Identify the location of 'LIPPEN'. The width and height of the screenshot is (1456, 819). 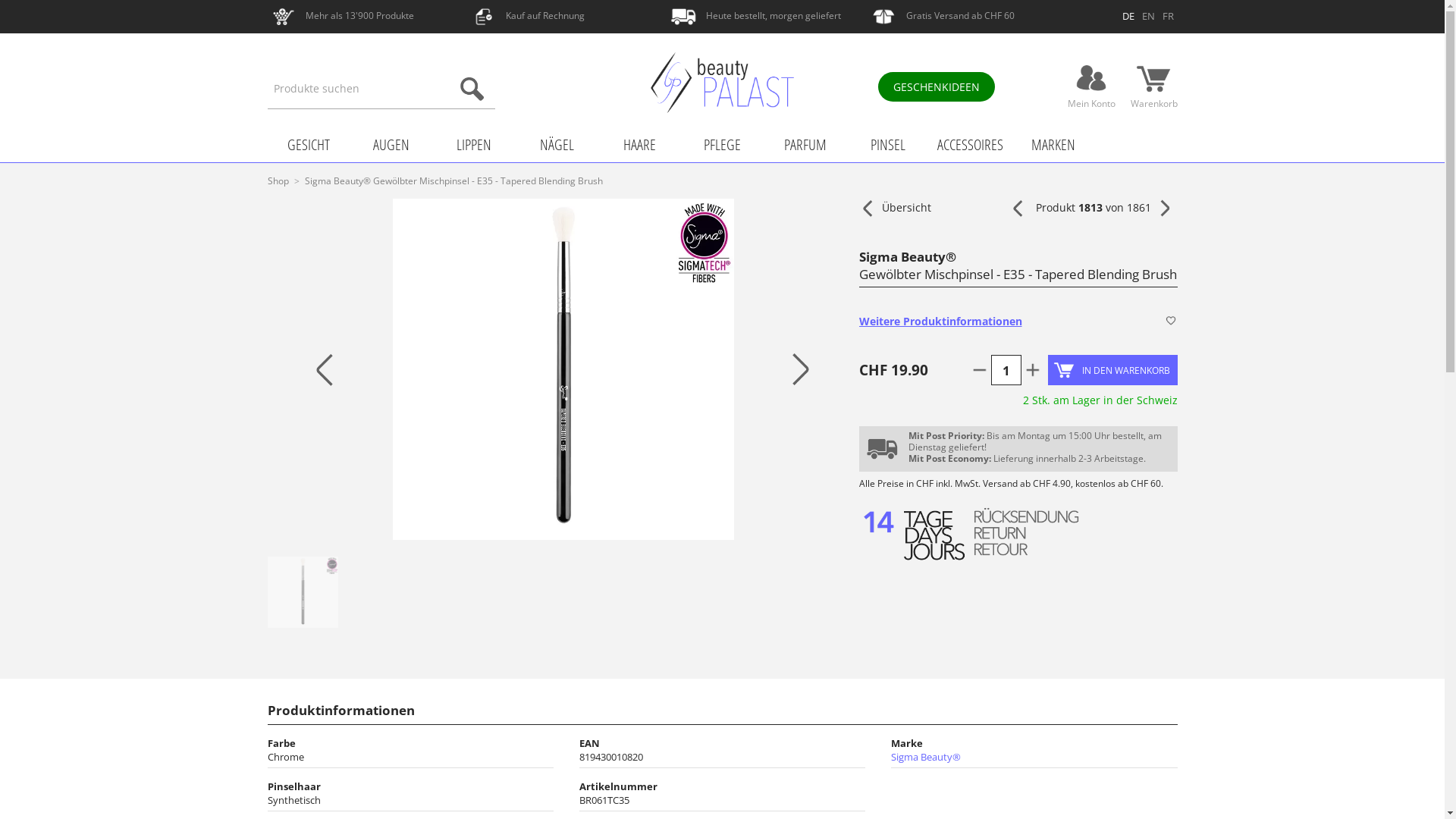
(473, 146).